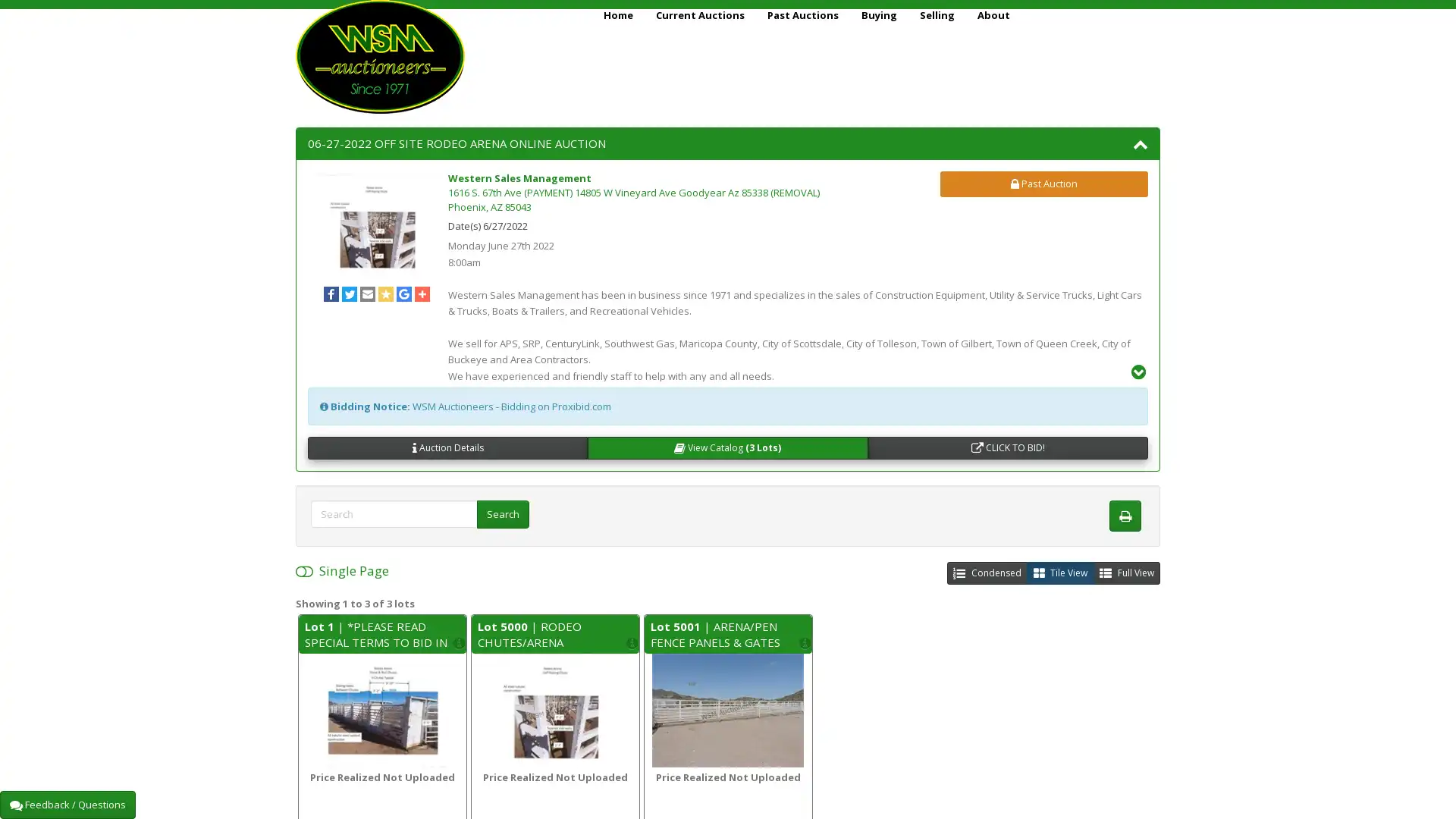 This screenshot has width=1456, height=819. Describe the element at coordinates (456, 143) in the screenshot. I see `06-27-2022 OFF SITE RODEO ARENA ONLINE AUCTION` at that location.